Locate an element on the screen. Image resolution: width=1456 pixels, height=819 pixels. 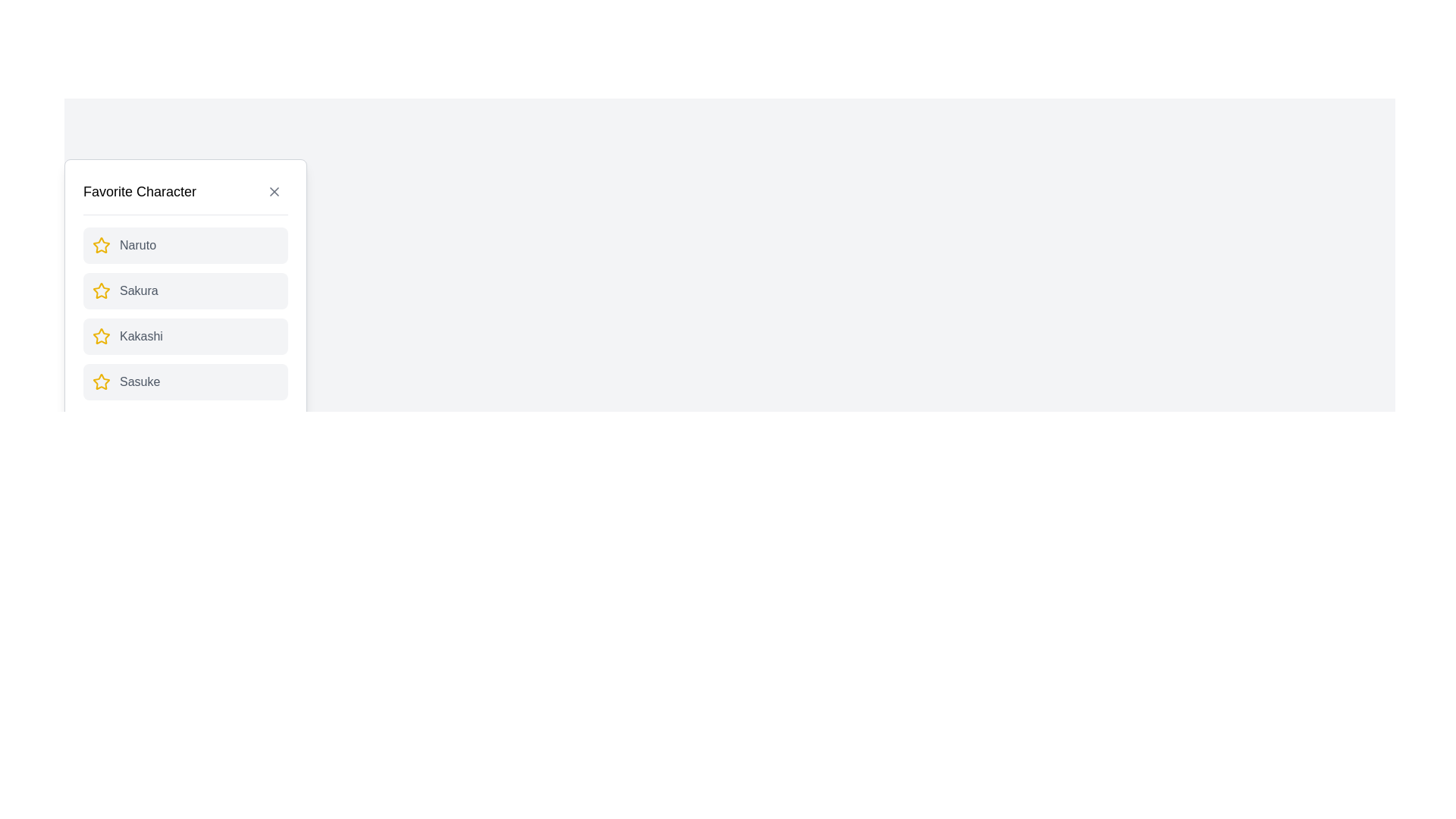
the star icon located to the left of the text label 'Kakashi' in the third list item of the 'Favorite Character' card is located at coordinates (101, 335).